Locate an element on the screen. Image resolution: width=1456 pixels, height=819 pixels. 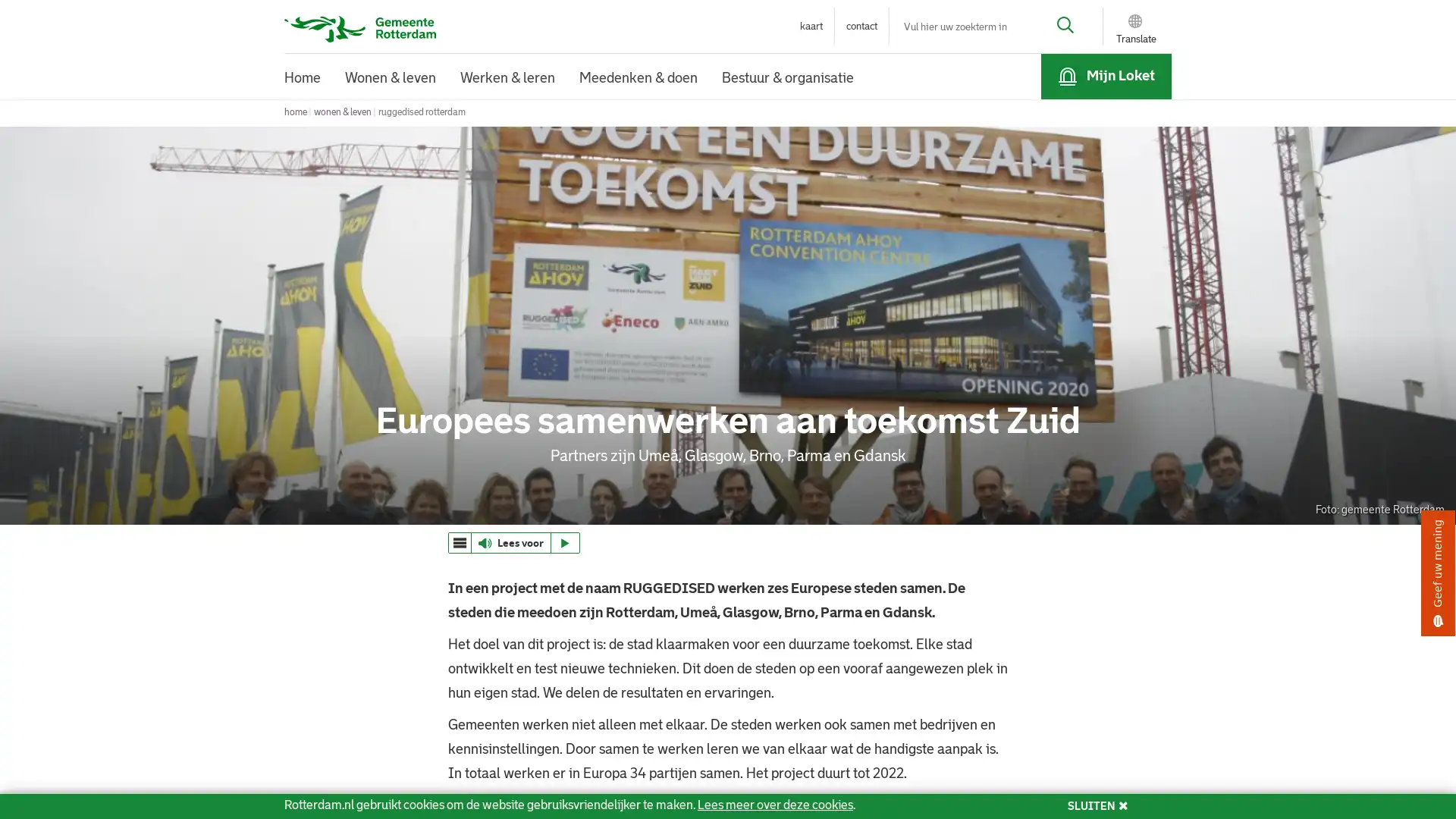
ReadSpeaker webReader: Luister met webReader is located at coordinates (513, 542).